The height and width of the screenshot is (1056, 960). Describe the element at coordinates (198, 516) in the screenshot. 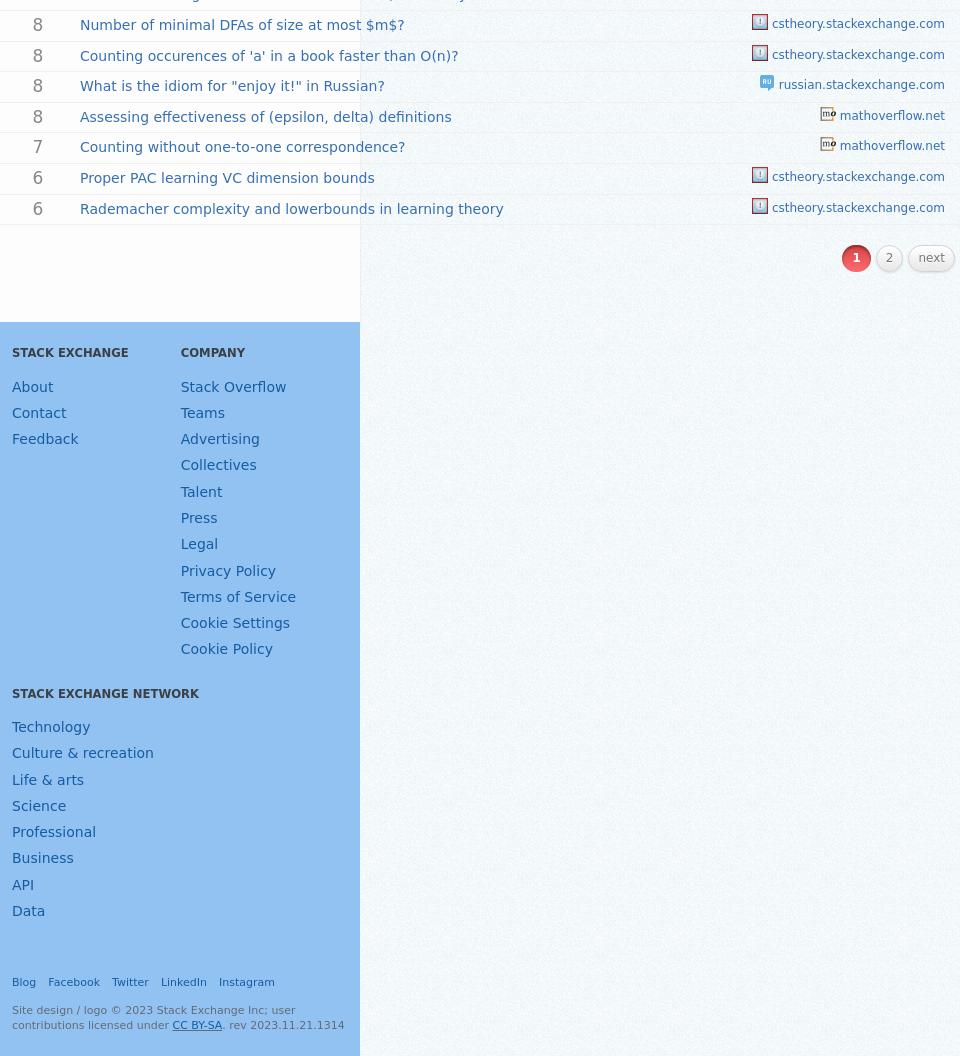

I see `'Press'` at that location.